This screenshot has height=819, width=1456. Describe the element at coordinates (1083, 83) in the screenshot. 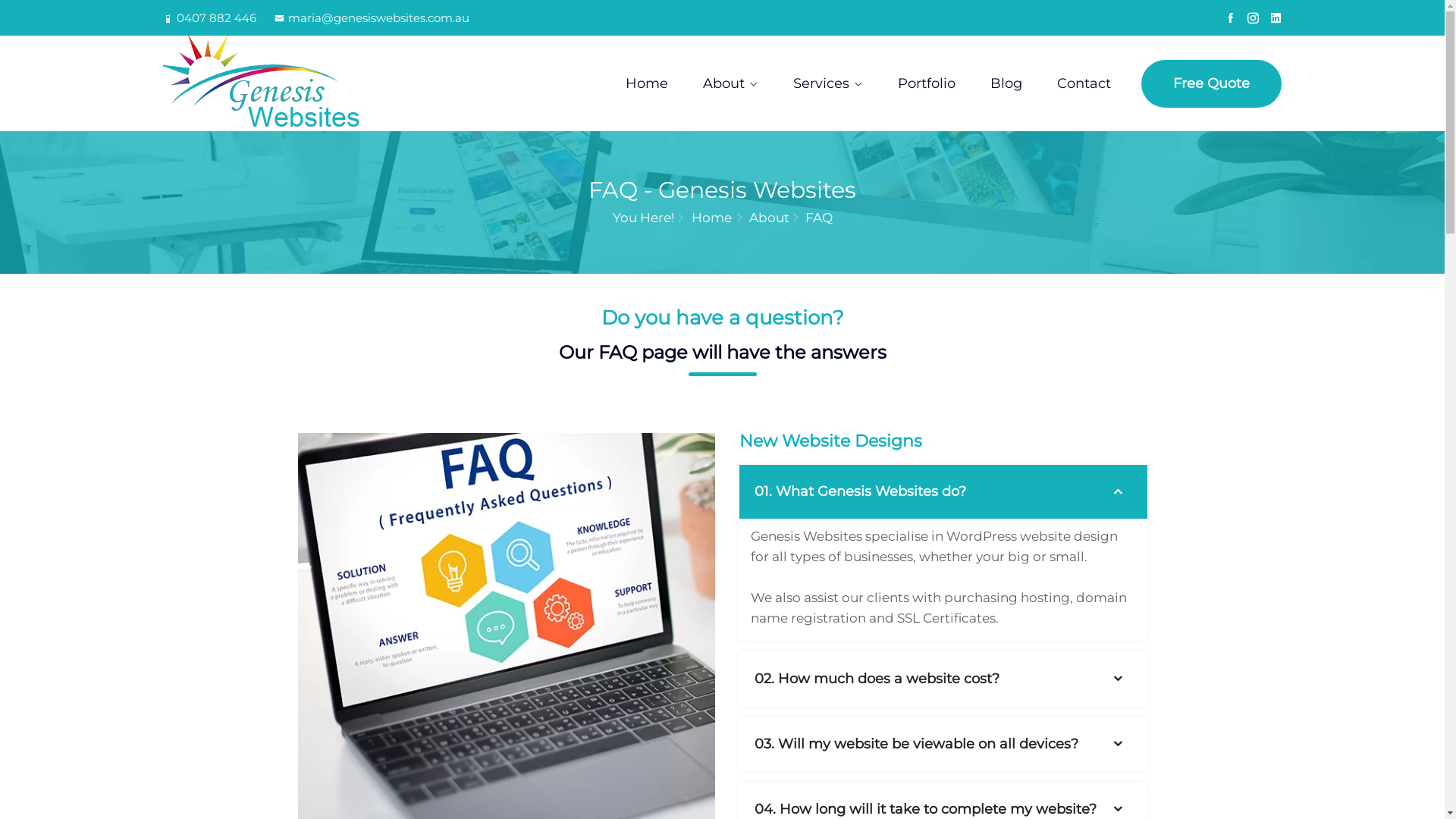

I see `'Contact'` at that location.